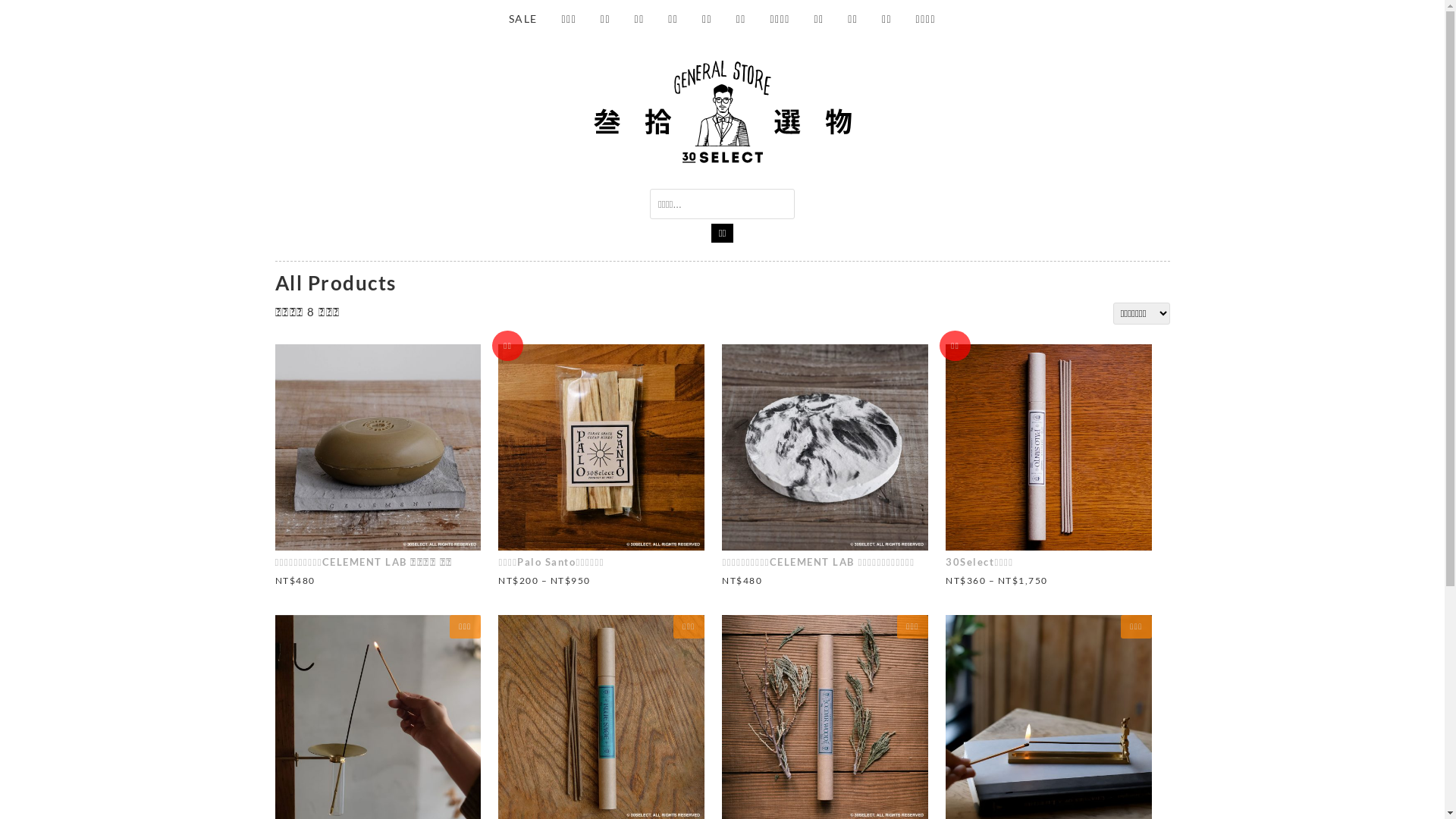  Describe the element at coordinates (497, 18) in the screenshot. I see `'SALE'` at that location.